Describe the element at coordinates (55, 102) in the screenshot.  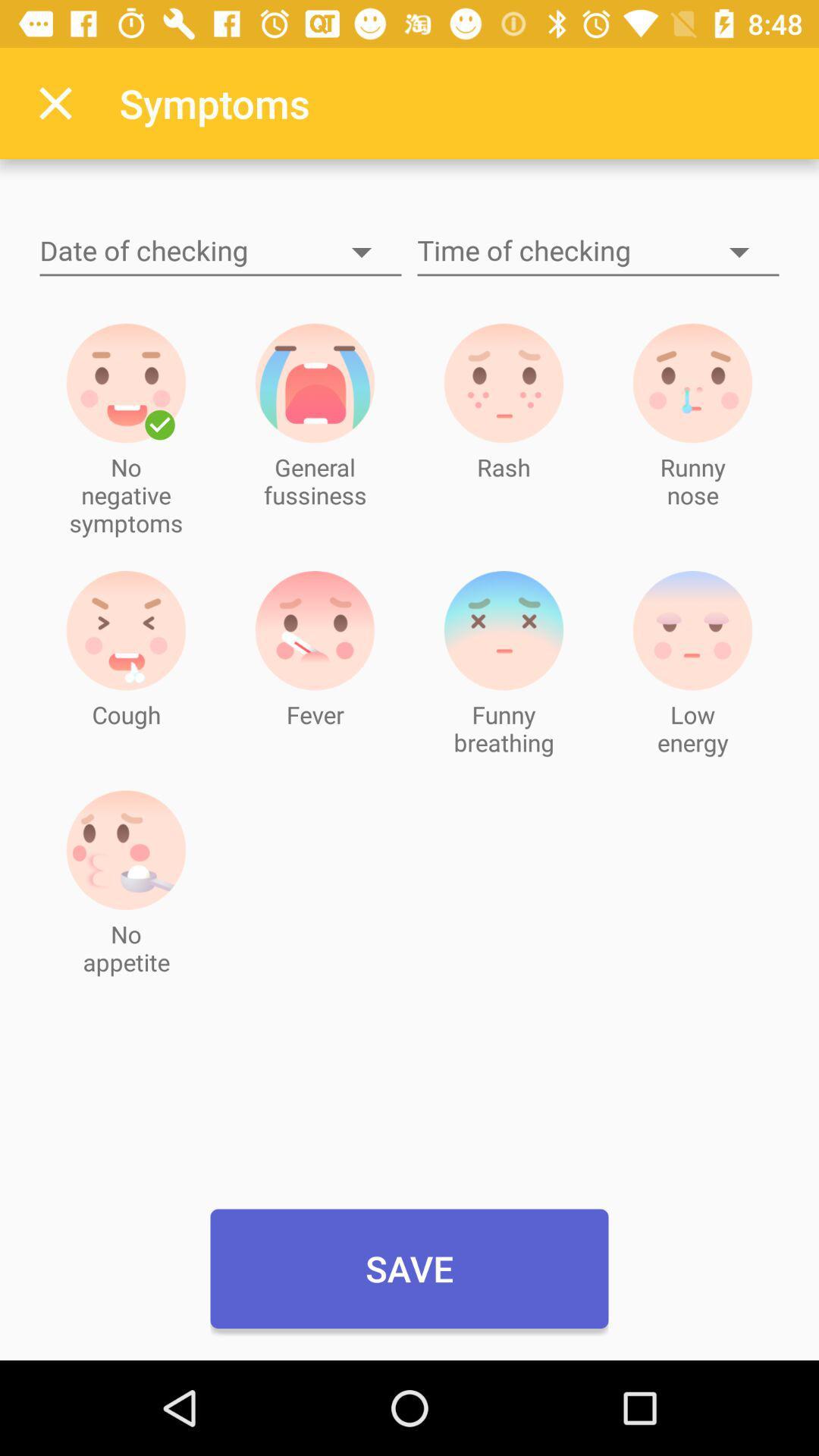
I see `the item next to the symptoms item` at that location.